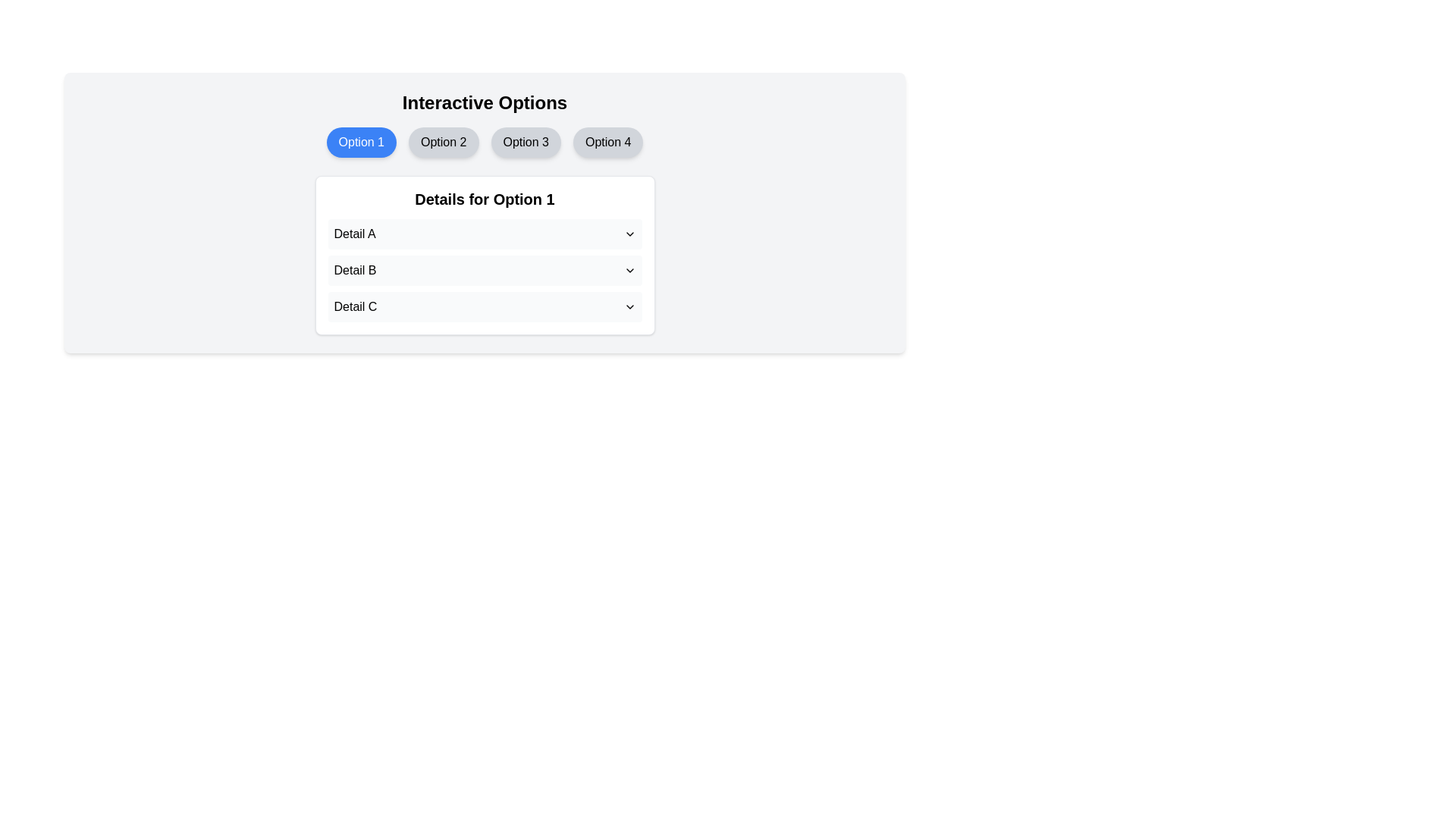 The image size is (1456, 819). What do you see at coordinates (354, 270) in the screenshot?
I see `the text label 'Detail B' located in the second row of a vertical list` at bounding box center [354, 270].